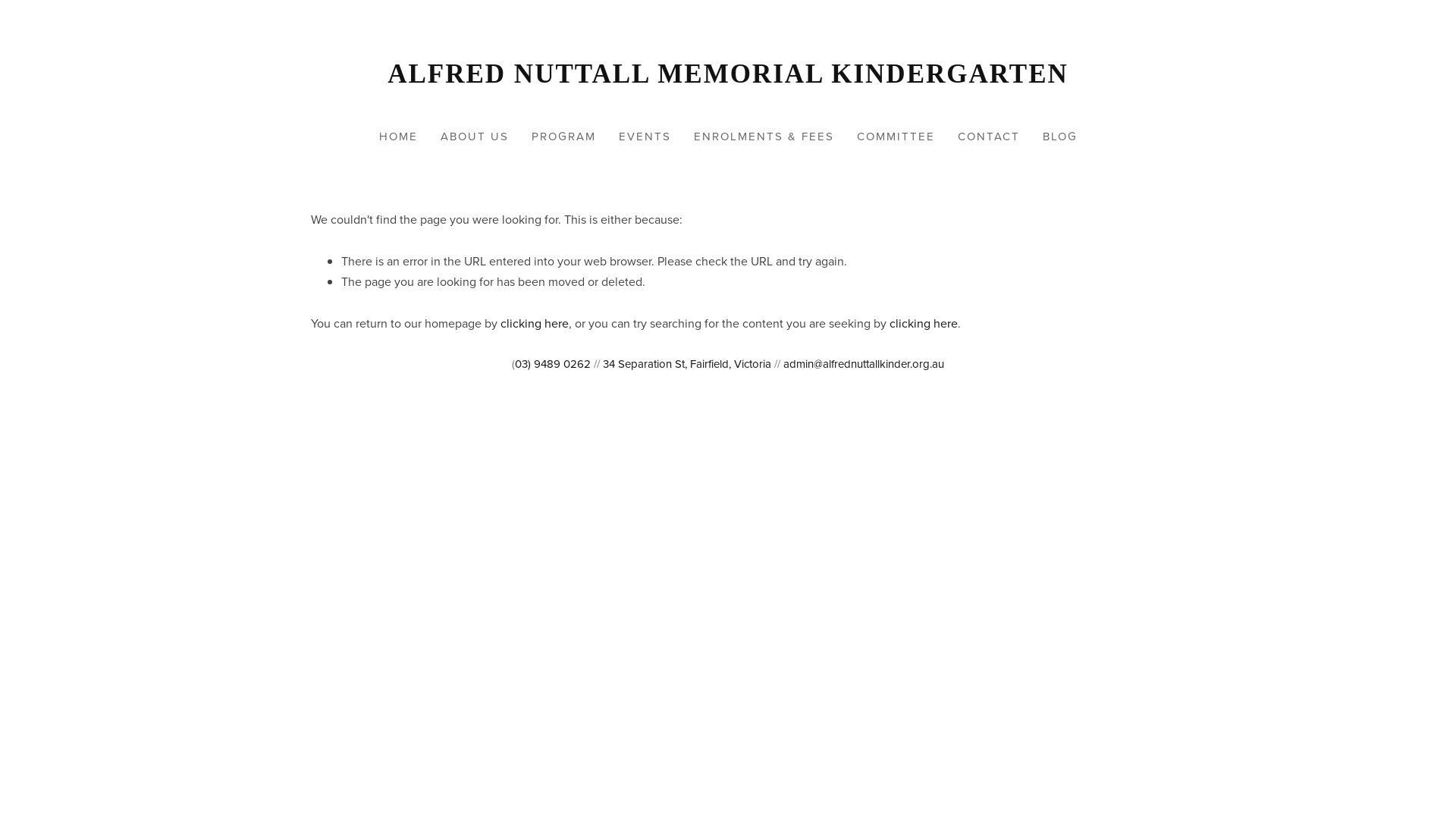 This screenshot has width=1456, height=819. What do you see at coordinates (645, 136) in the screenshot?
I see `'EVENTS'` at bounding box center [645, 136].